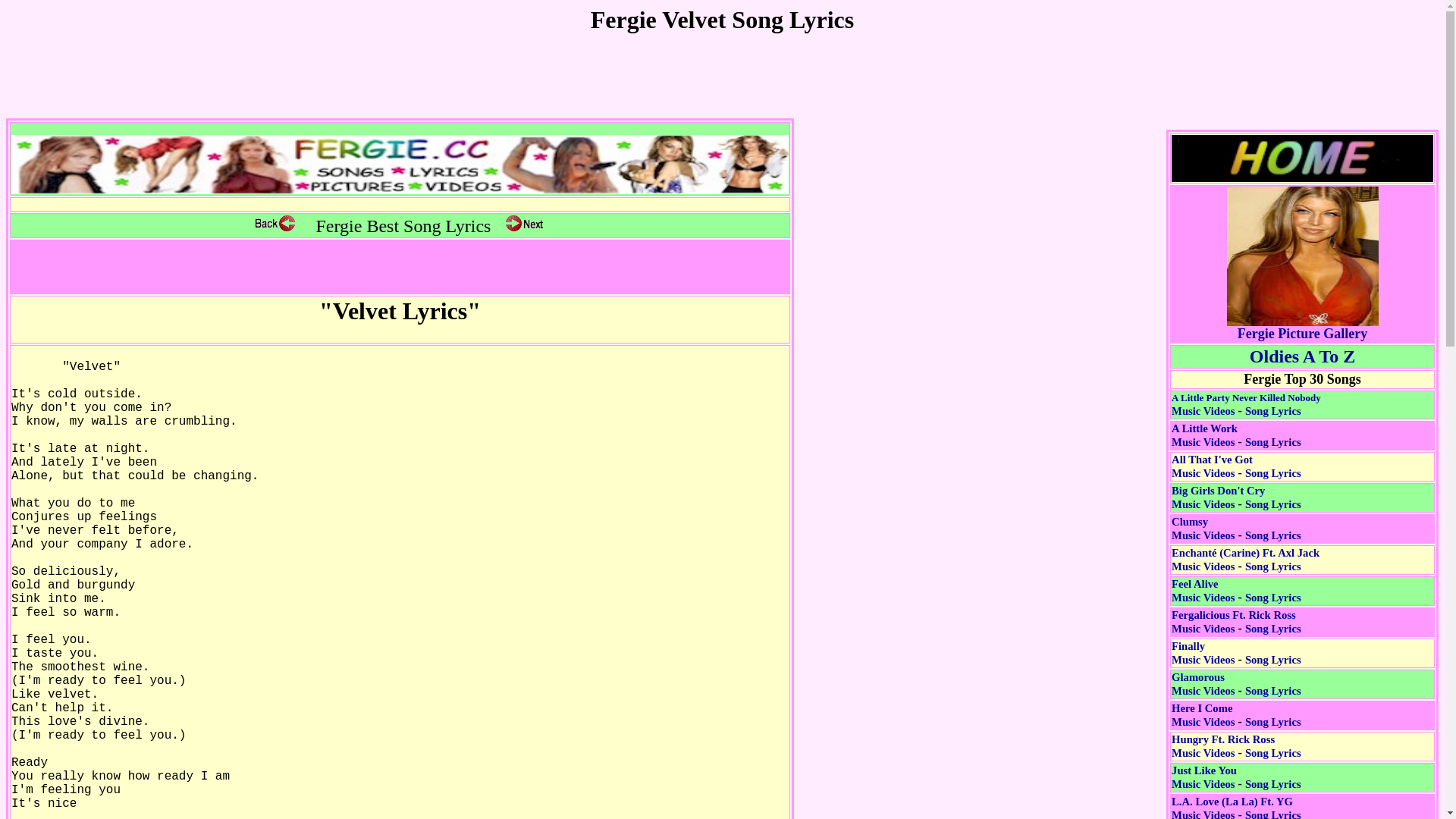  Describe the element at coordinates (1171, 497) in the screenshot. I see `'Big Girls Don't Cry` at that location.